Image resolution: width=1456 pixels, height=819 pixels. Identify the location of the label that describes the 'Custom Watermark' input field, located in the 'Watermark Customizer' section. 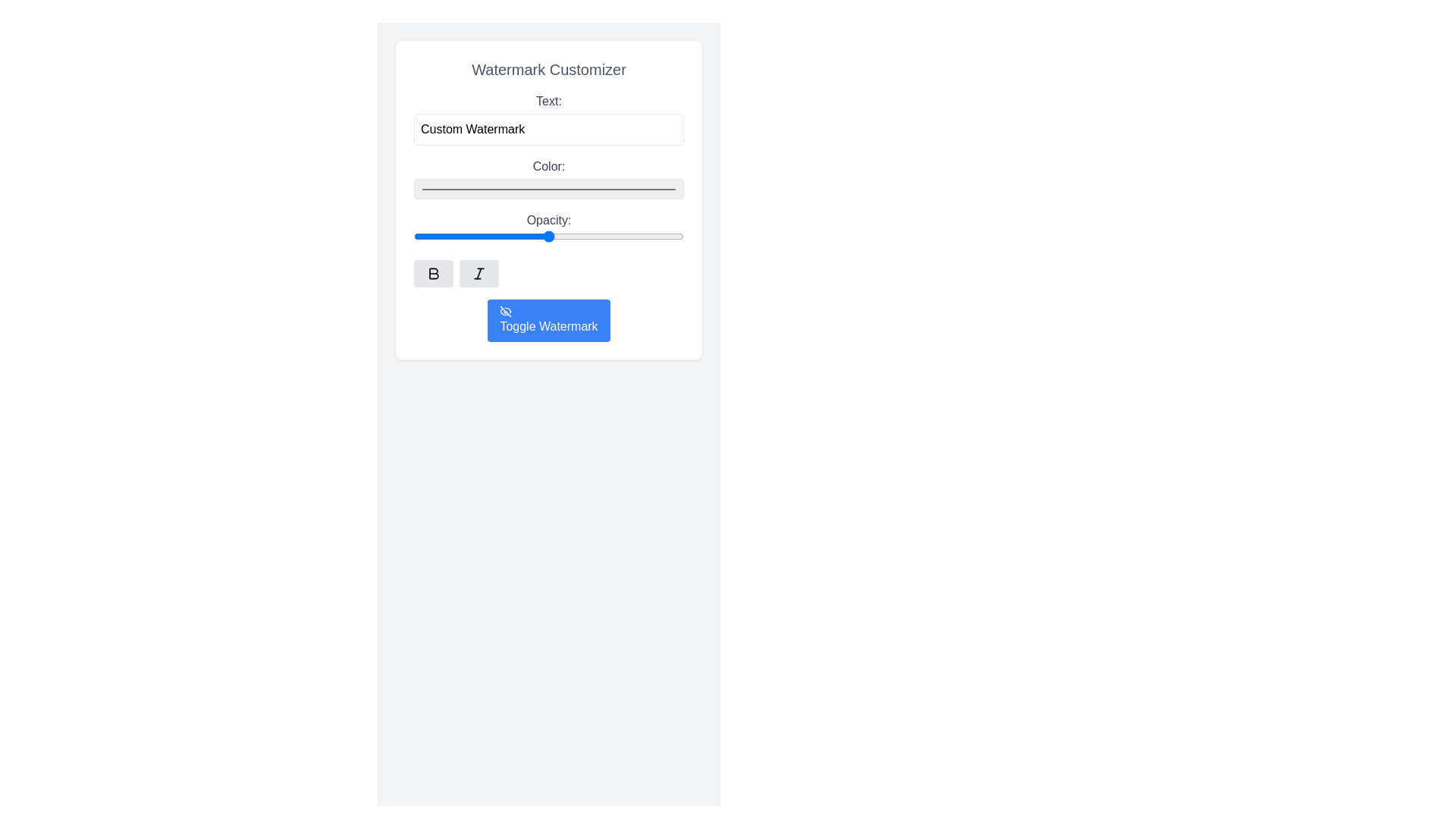
(548, 102).